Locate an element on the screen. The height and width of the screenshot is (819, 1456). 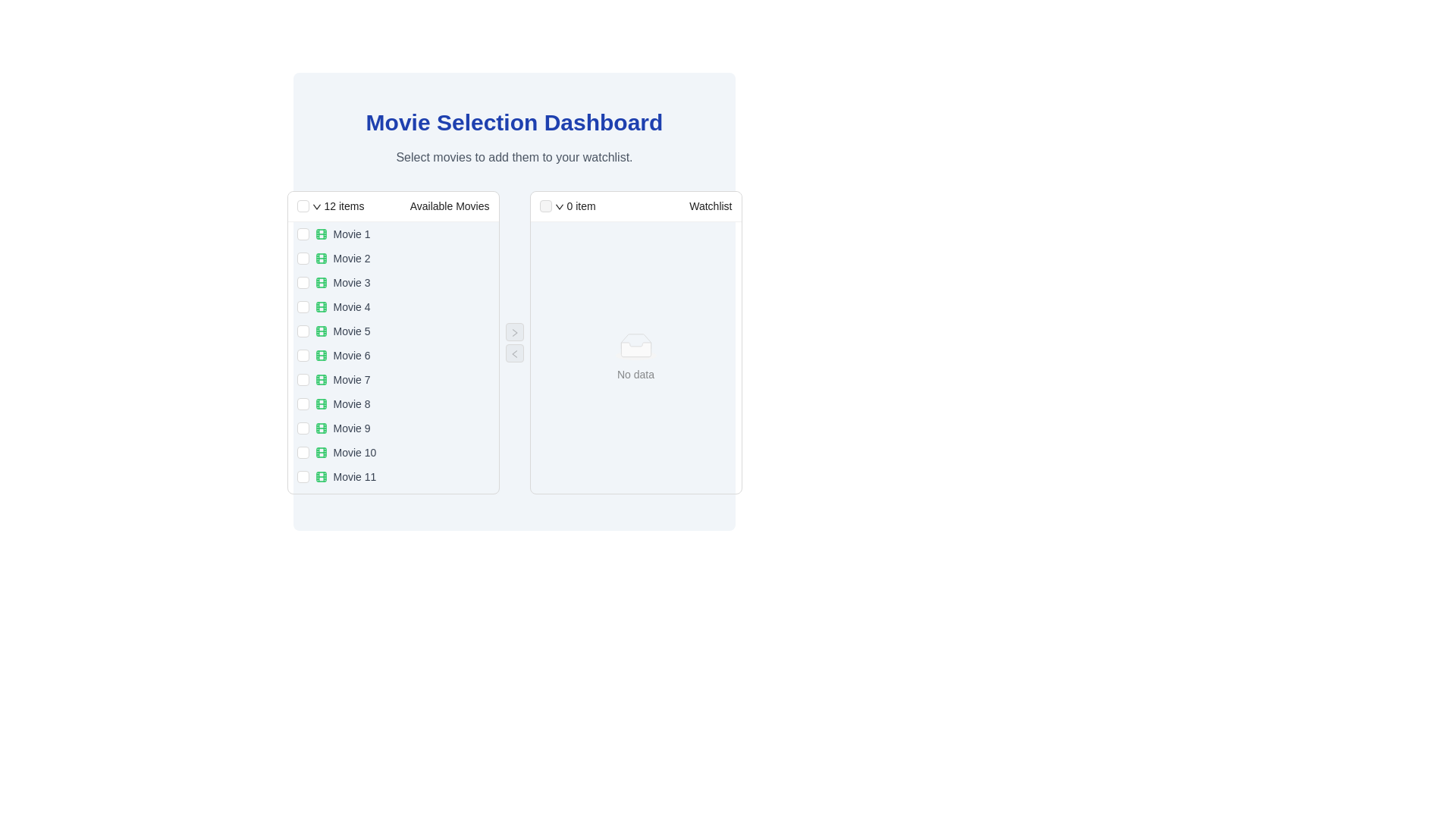
the checkbox for 'Movie 7' in the 'Available Movies' section is located at coordinates (303, 379).